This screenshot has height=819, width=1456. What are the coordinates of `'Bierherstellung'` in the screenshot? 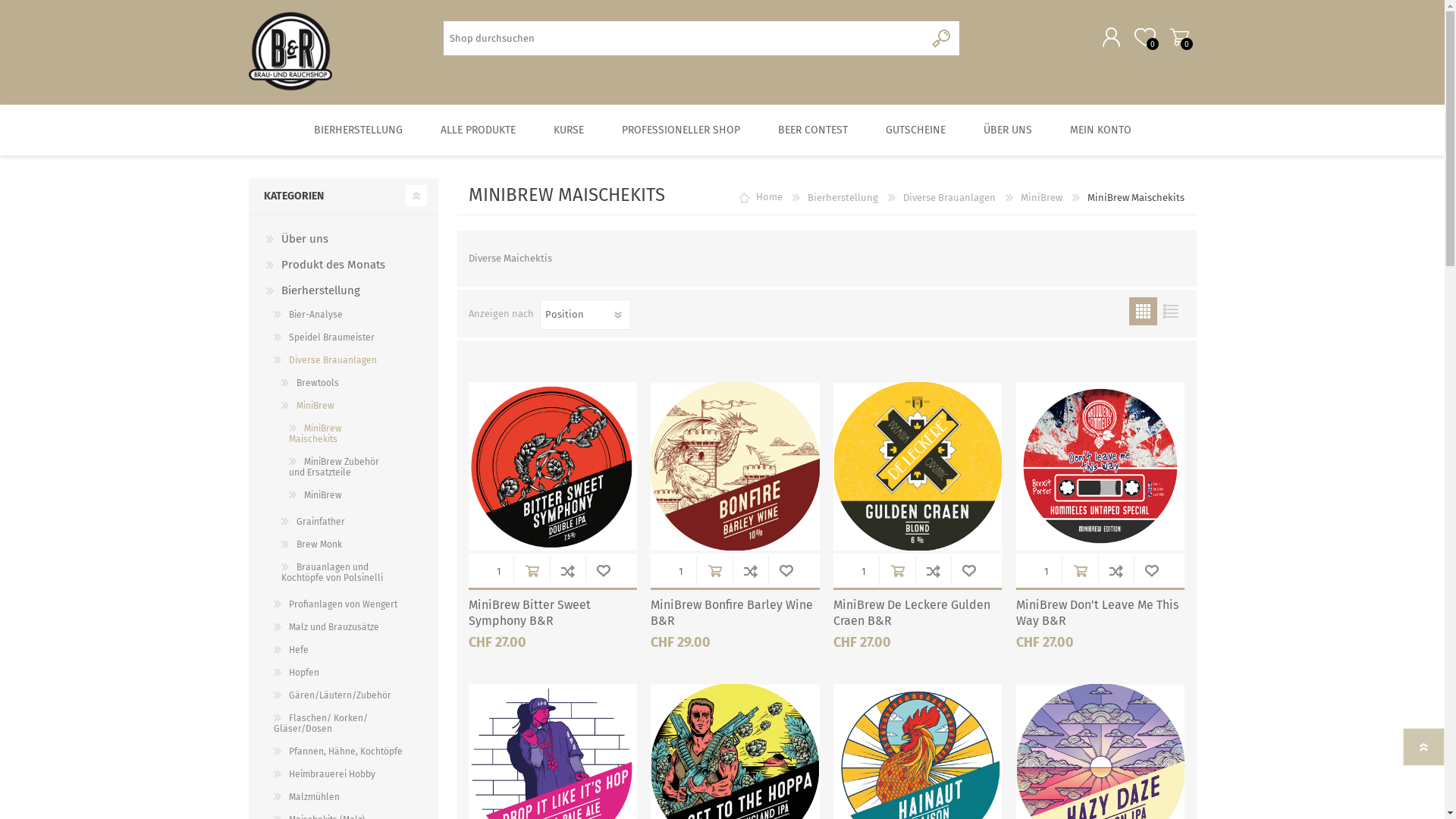 It's located at (312, 290).